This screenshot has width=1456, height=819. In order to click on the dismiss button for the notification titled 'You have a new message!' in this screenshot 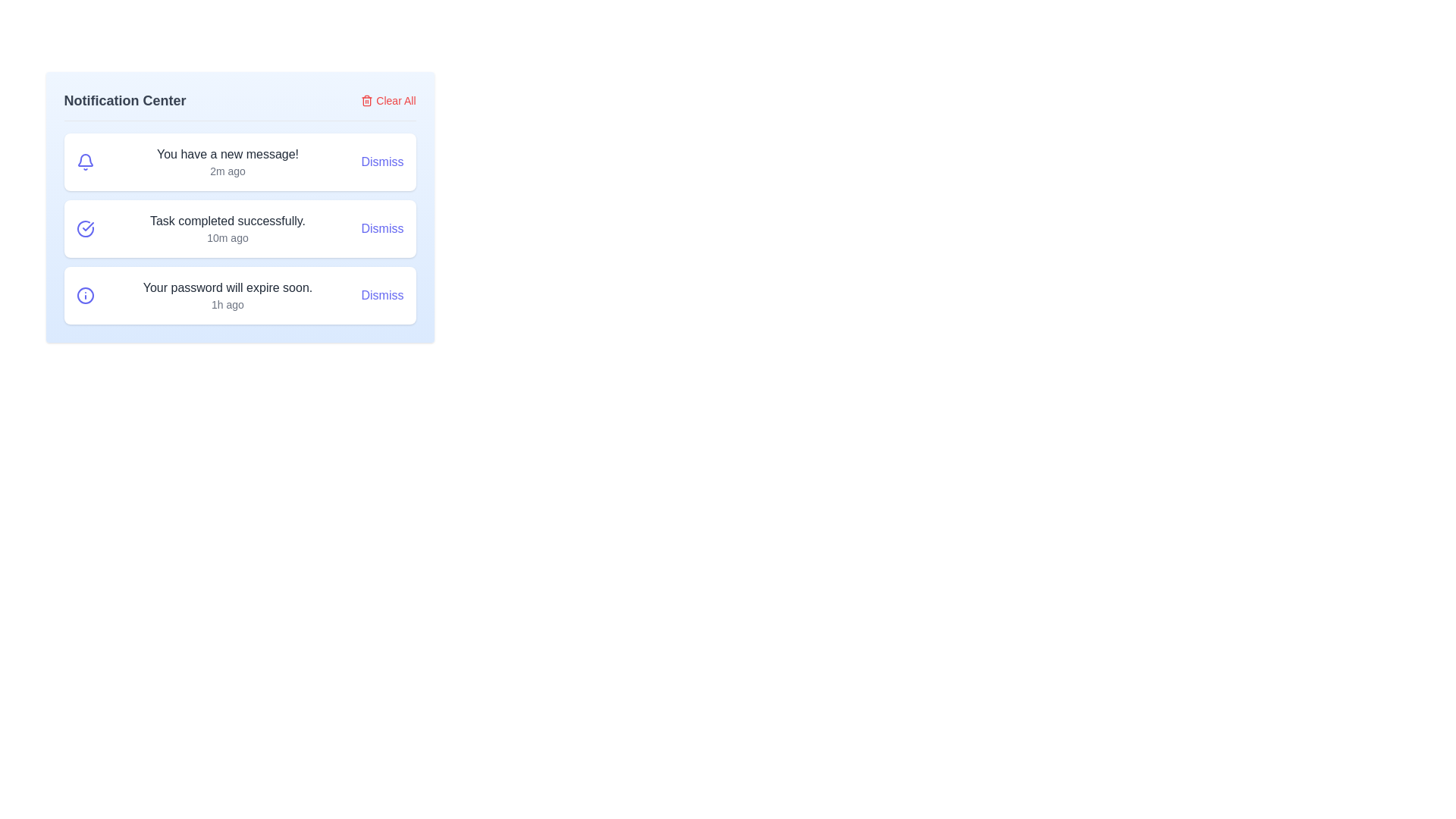, I will do `click(382, 162)`.